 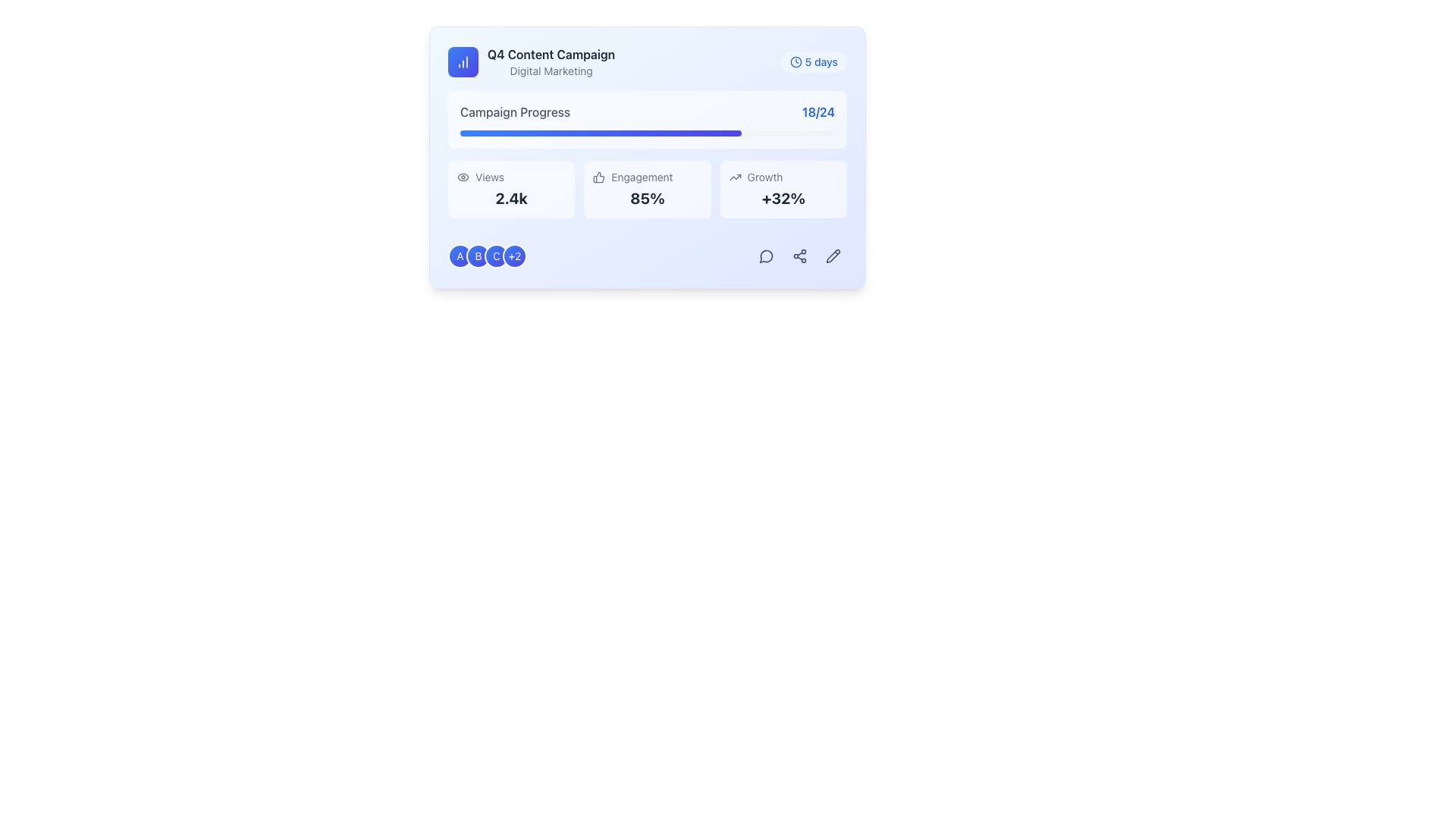 What do you see at coordinates (817, 111) in the screenshot?
I see `the blue-colored text label displaying '18/24', which is bold and located to the right of the 'Campaign Progress' text and above the progress bar` at bounding box center [817, 111].